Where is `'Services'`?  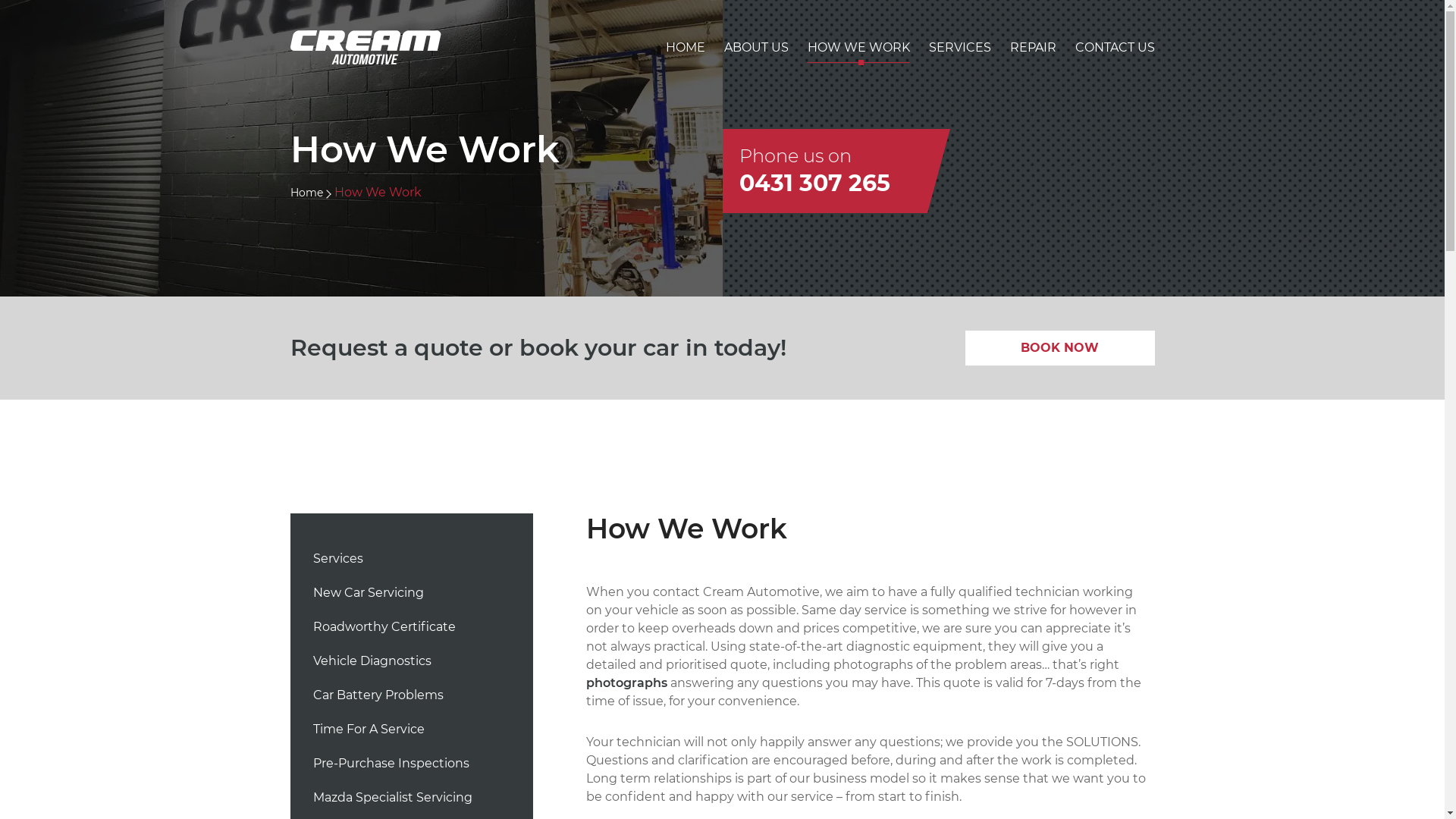
'Services' is located at coordinates (312, 564).